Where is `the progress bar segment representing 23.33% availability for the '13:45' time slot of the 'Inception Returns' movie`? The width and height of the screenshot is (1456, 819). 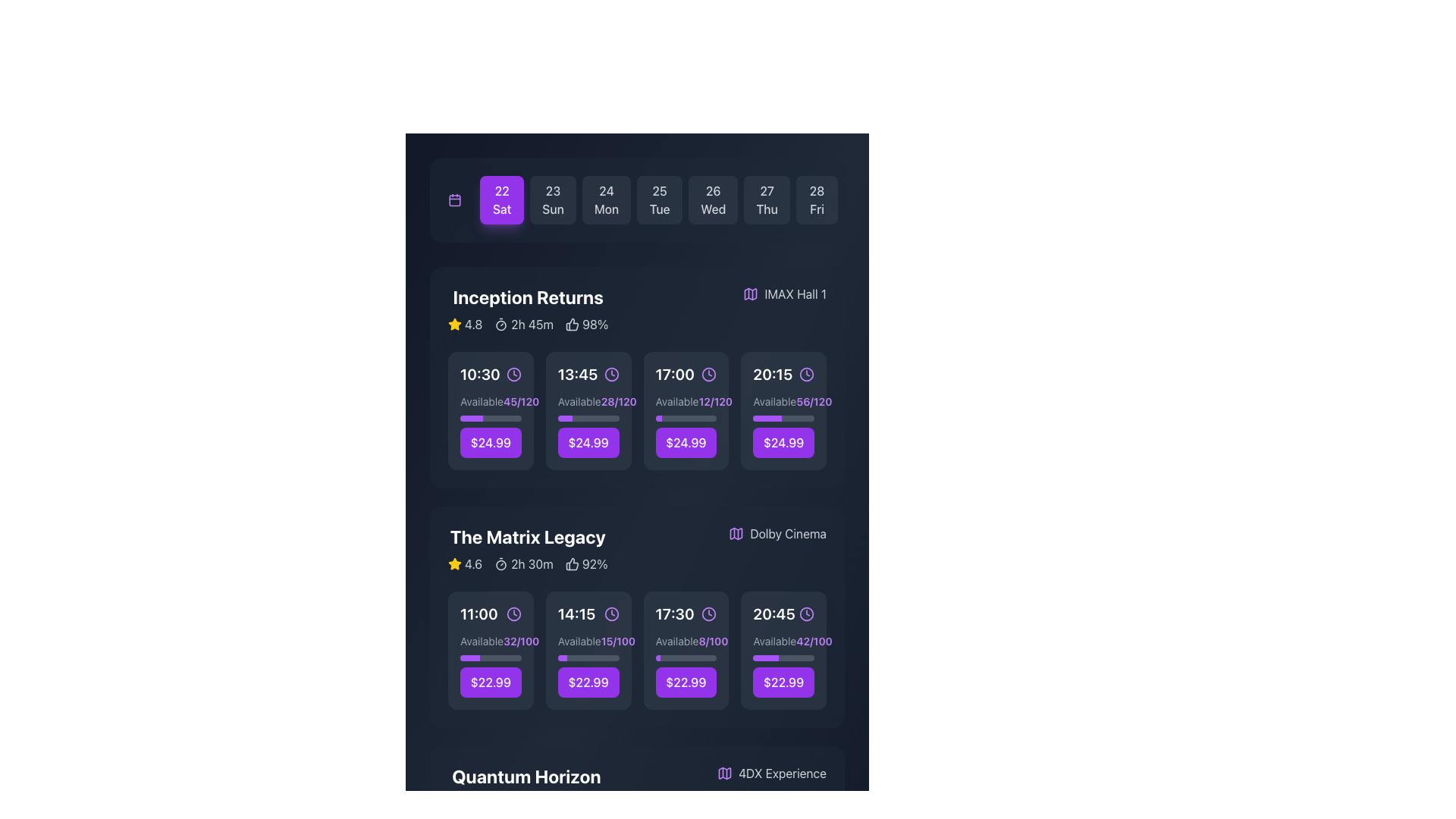
the progress bar segment representing 23.33% availability for the '13:45' time slot of the 'Inception Returns' movie is located at coordinates (564, 418).